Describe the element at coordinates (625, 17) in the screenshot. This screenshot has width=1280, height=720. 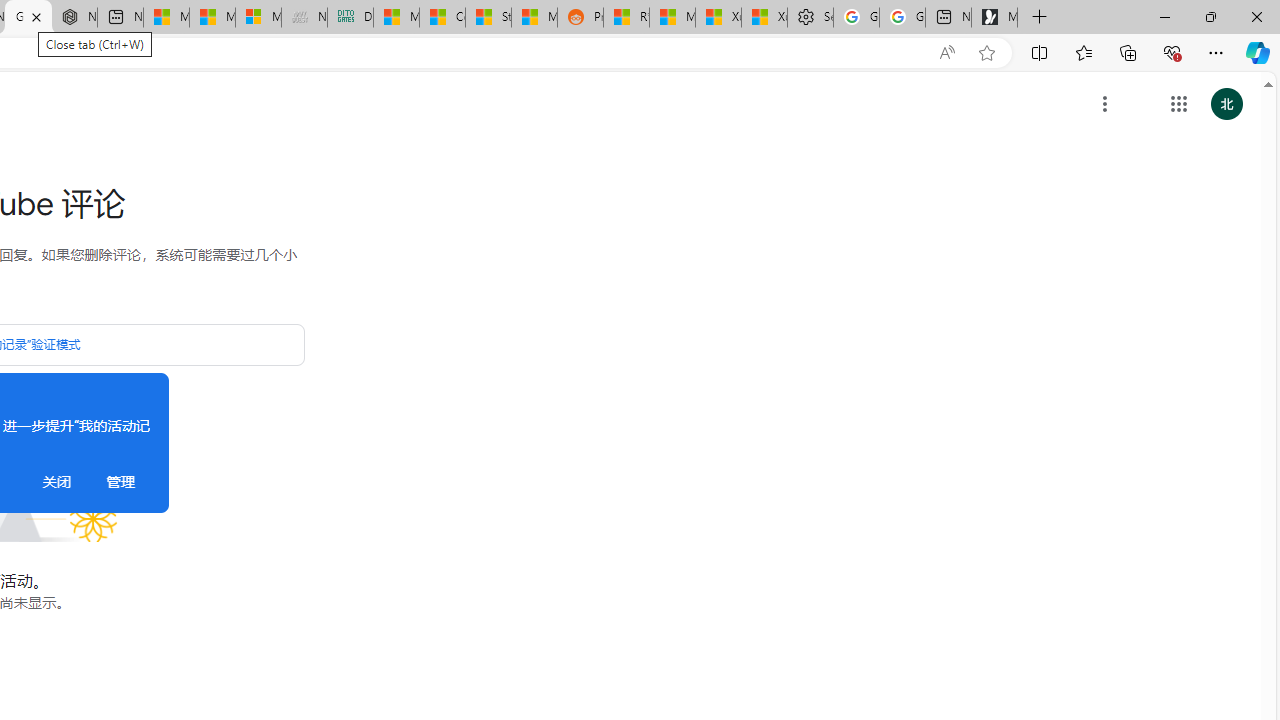
I see `'R******* | Trusted Community Engagement and Contributions'` at that location.